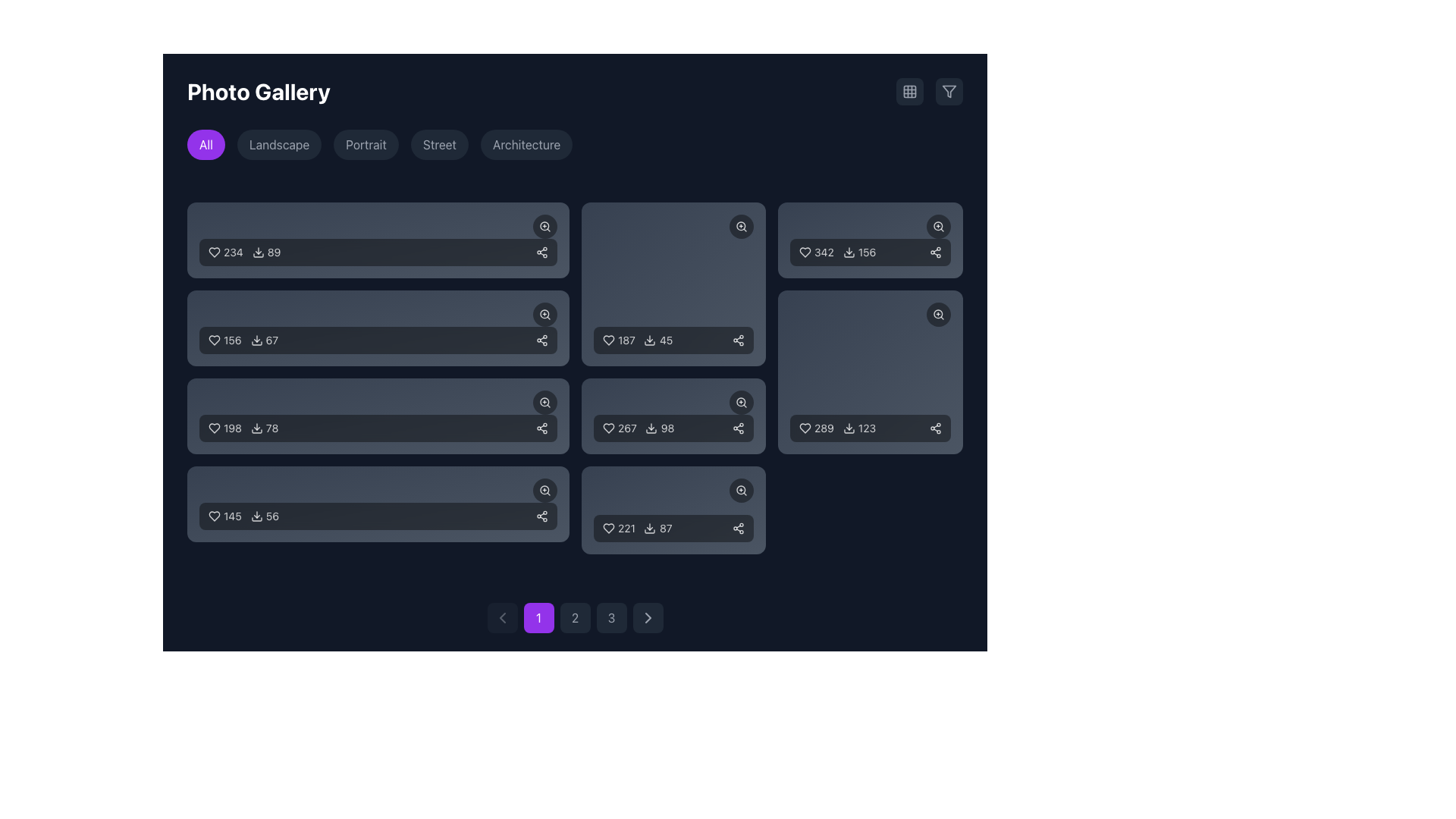 The height and width of the screenshot is (819, 1456). Describe the element at coordinates (638, 428) in the screenshot. I see `the informational display component that shows metrics like likes and downloads` at that location.